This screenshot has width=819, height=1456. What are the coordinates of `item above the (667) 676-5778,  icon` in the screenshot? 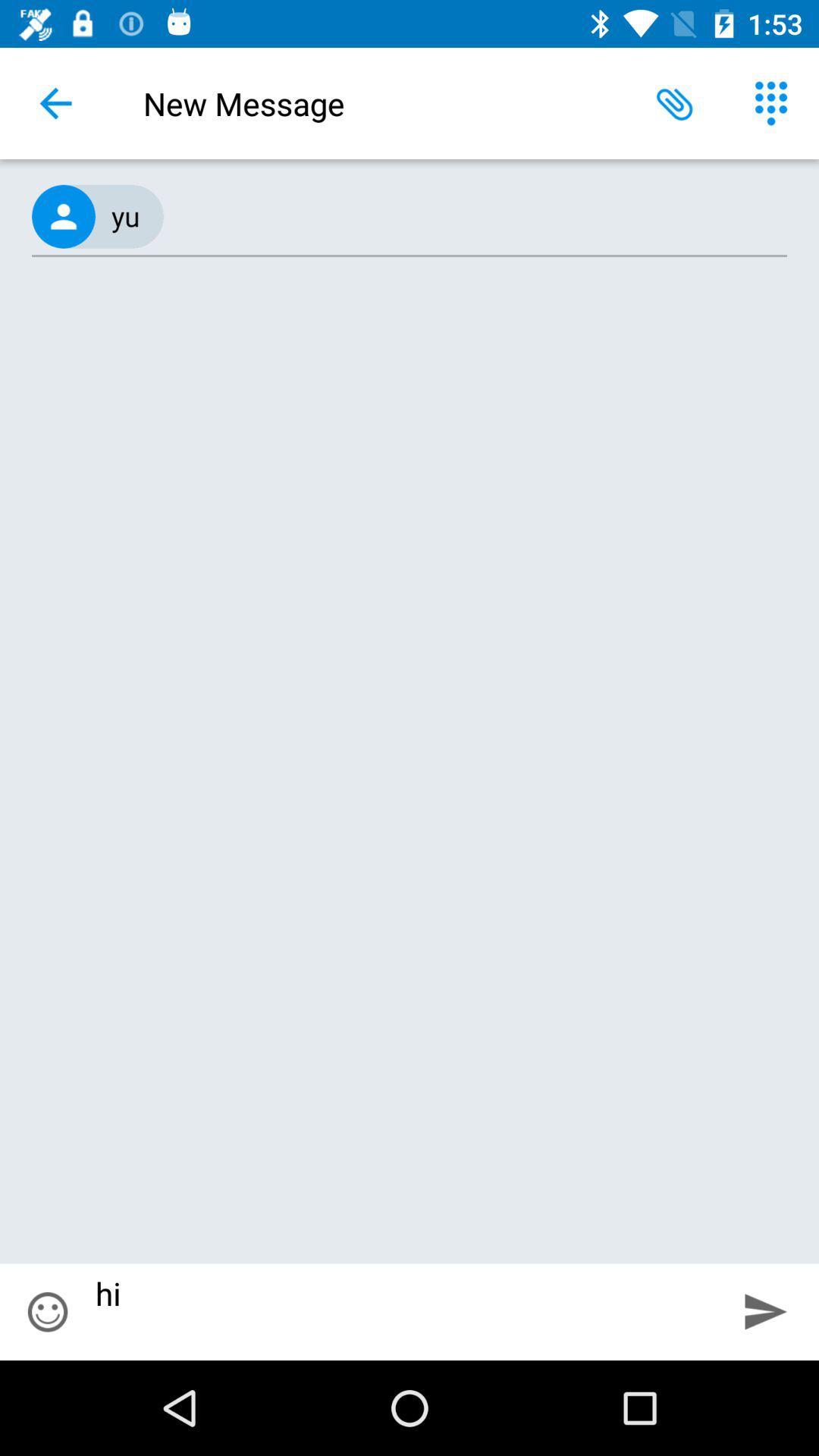 It's located at (771, 102).